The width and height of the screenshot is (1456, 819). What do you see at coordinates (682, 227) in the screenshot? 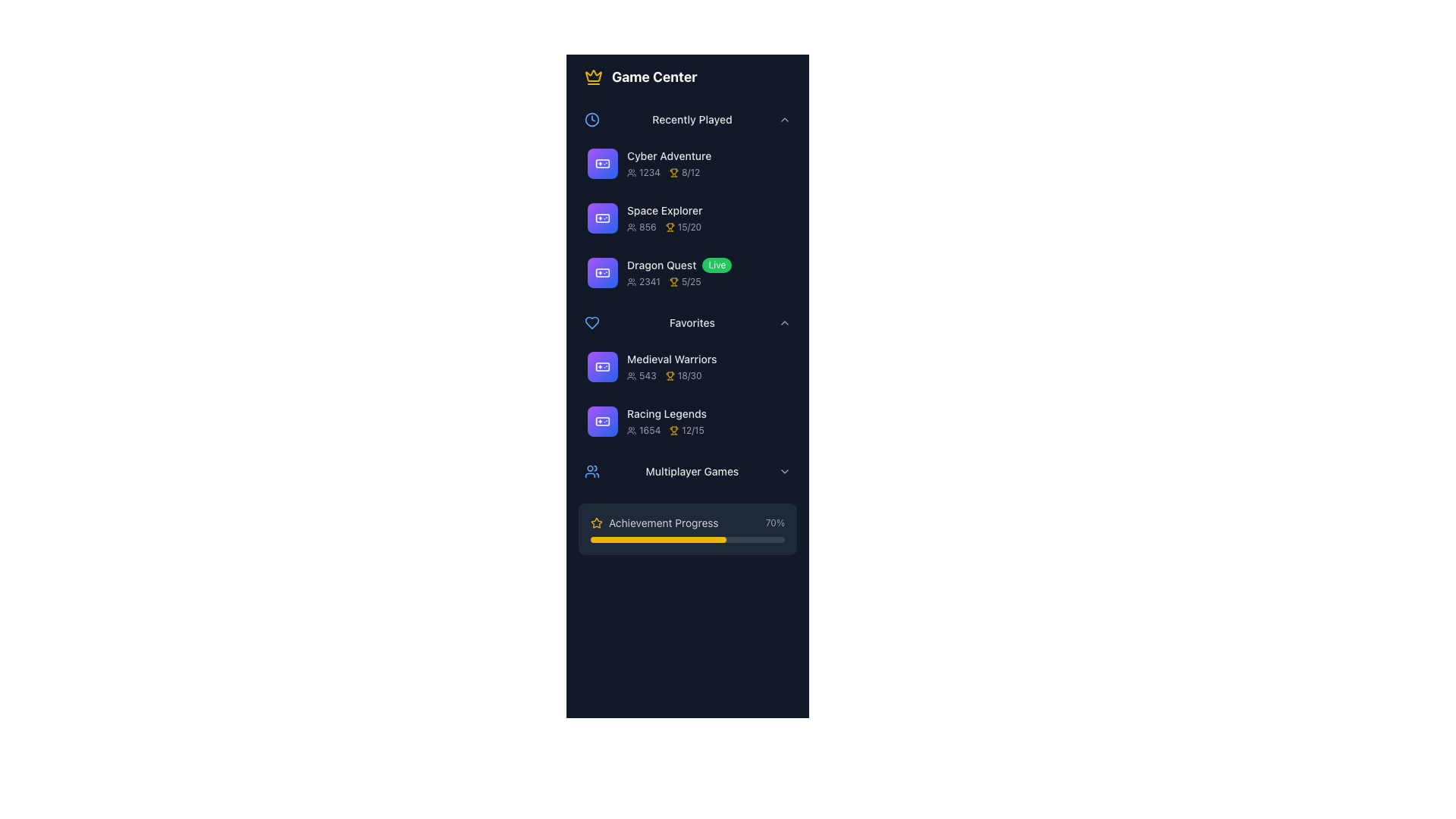
I see `the achievement progress component for the game 'Space Explorer', which displays 15 out of 20 achievements completed` at bounding box center [682, 227].